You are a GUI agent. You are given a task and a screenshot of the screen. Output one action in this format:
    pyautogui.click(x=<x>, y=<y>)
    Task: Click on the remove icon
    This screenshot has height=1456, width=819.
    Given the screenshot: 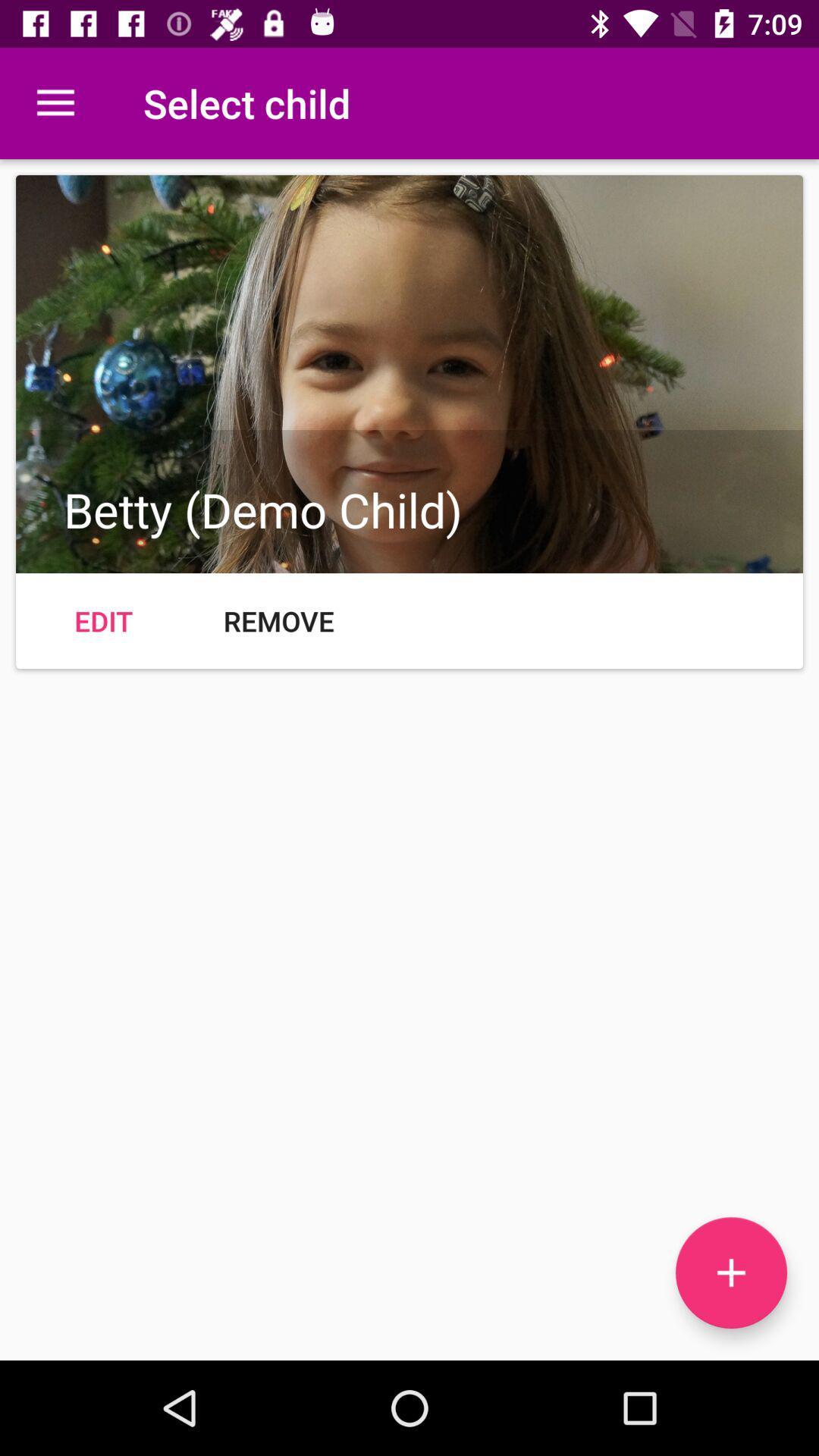 What is the action you would take?
    pyautogui.click(x=278, y=621)
    